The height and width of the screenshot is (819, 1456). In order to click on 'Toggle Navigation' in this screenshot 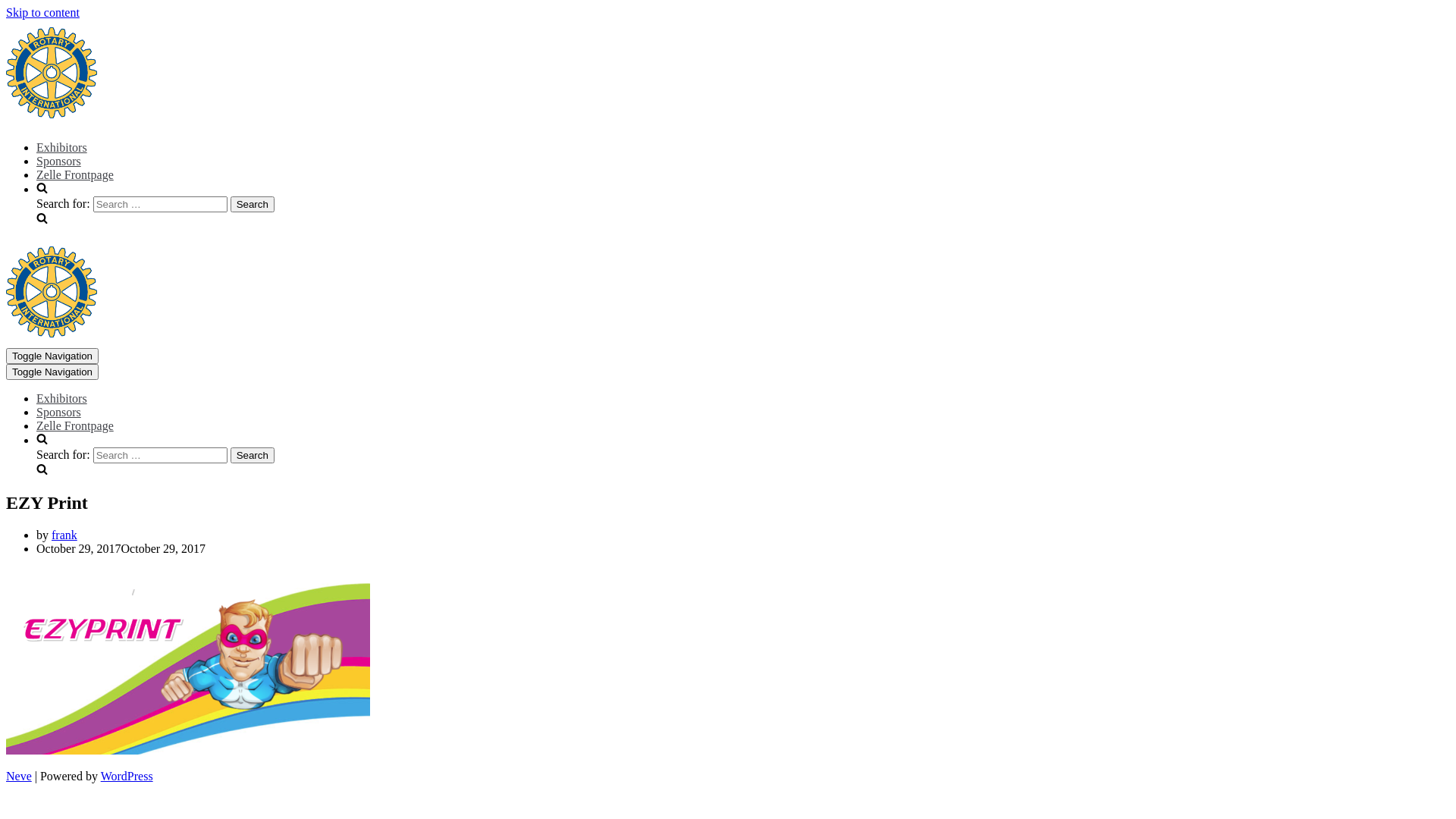, I will do `click(52, 356)`.